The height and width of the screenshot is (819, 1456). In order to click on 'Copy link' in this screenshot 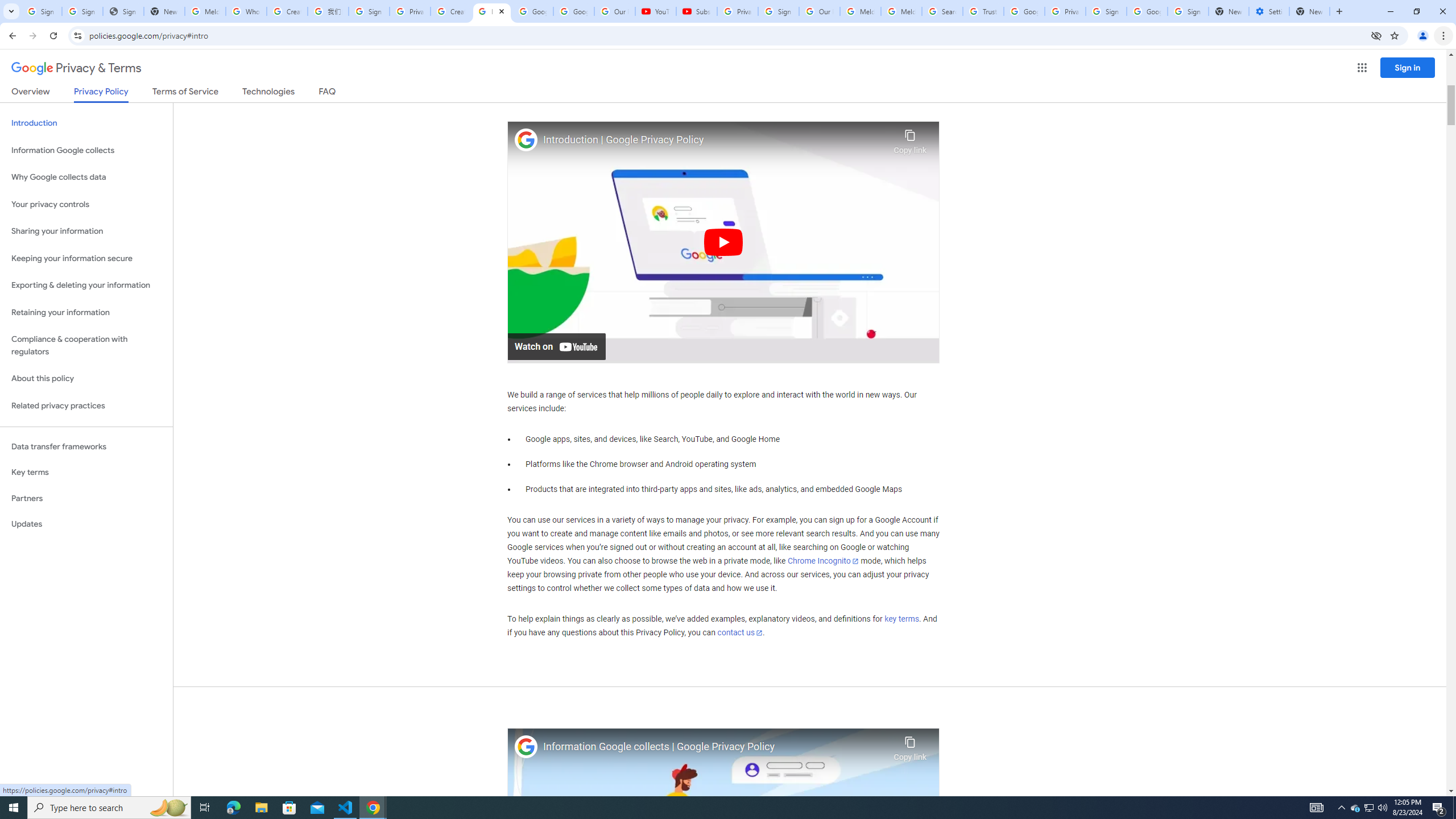, I will do `click(909, 745)`.